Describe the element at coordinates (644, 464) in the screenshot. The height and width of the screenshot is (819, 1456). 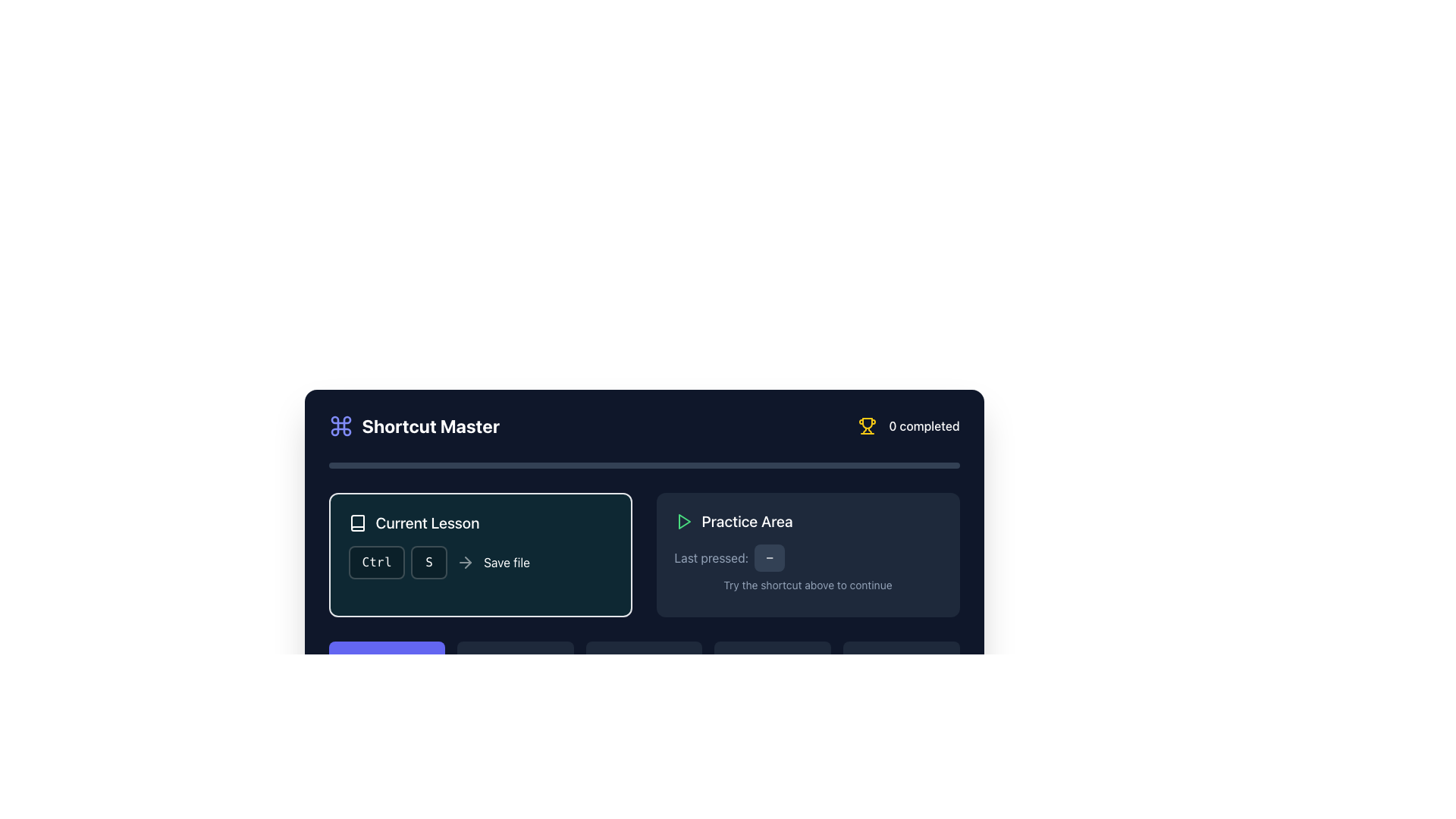
I see `the progress visually by focusing on the horizontal progress bar with a dark background and lighter inner sub-bar, located in the 'Shortcut Master' interface section` at that location.